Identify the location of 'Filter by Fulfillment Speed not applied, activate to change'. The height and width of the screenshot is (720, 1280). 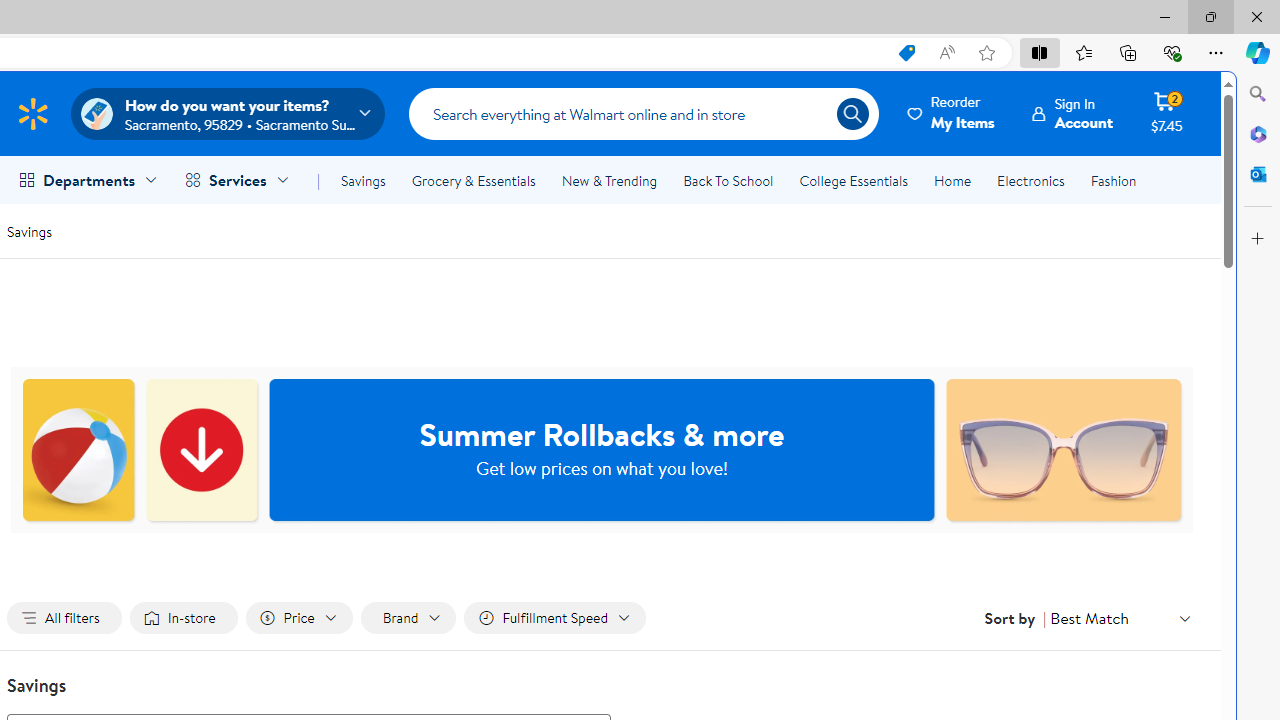
(554, 617).